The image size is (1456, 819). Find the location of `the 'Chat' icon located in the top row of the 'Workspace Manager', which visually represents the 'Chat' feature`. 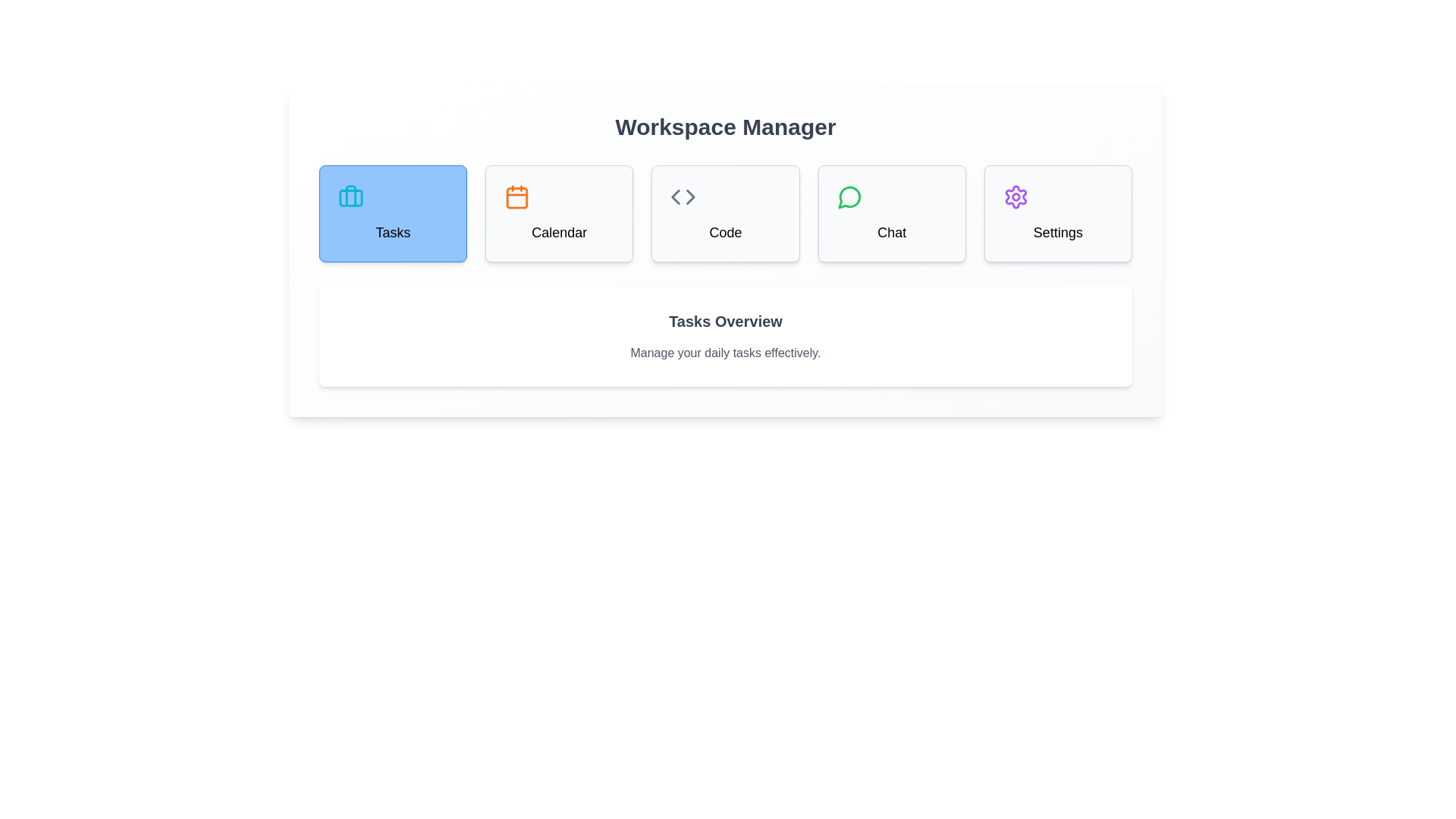

the 'Chat' icon located in the top row of the 'Workspace Manager', which visually represents the 'Chat' feature is located at coordinates (849, 196).